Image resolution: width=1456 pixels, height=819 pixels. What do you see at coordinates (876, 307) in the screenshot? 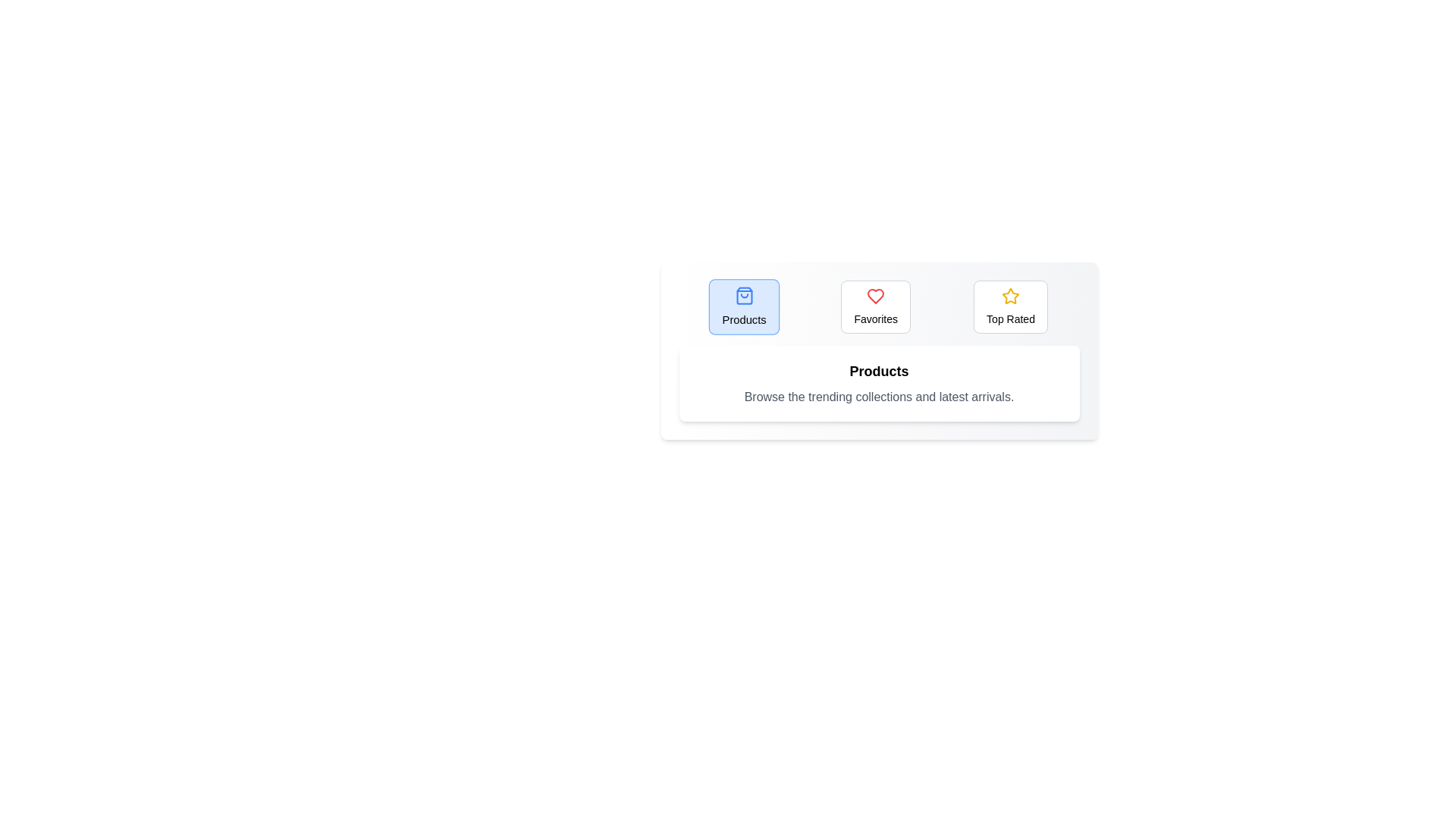
I see `the Favorites tab` at bounding box center [876, 307].